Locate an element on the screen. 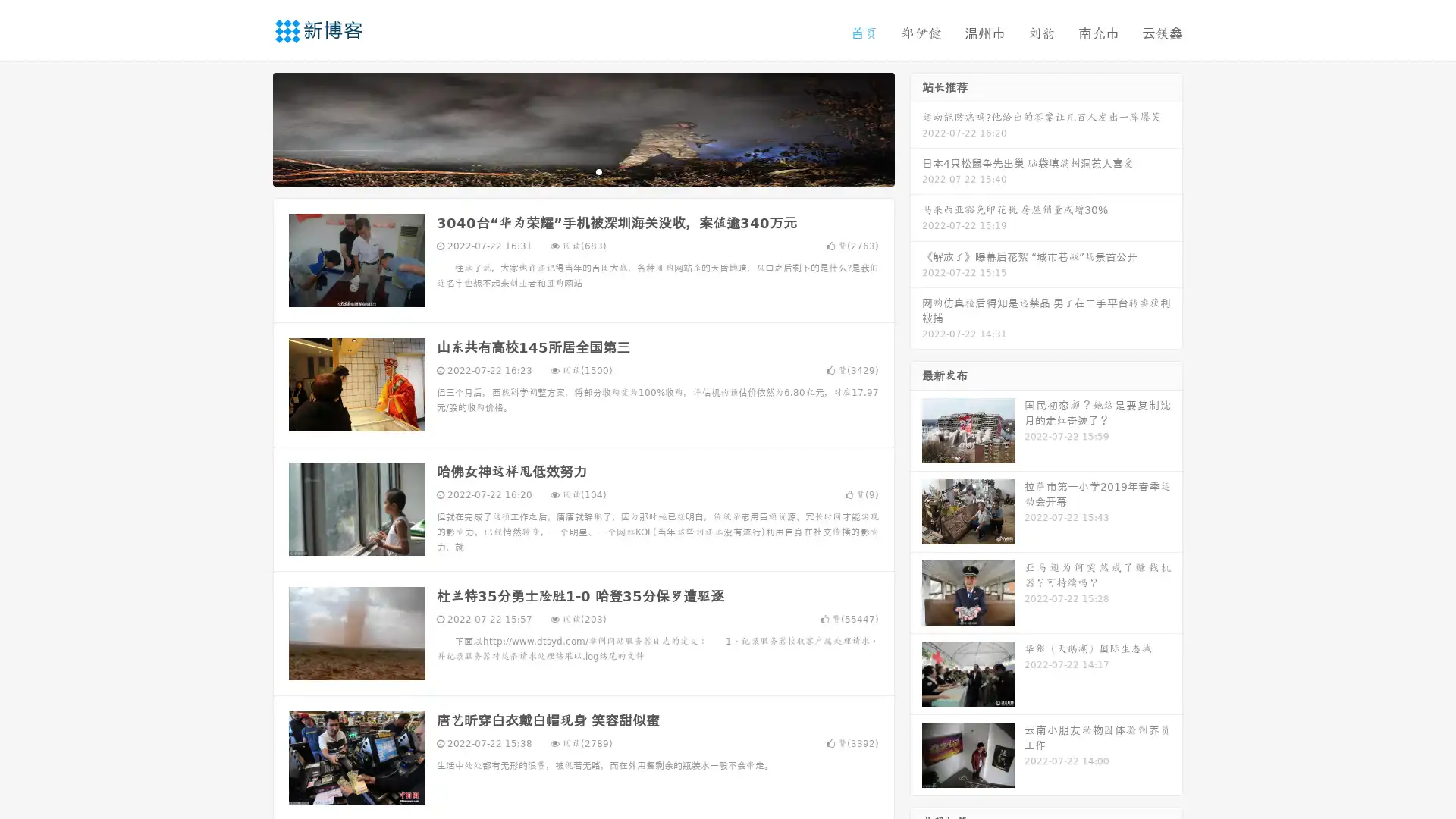  Next slide is located at coordinates (916, 127).